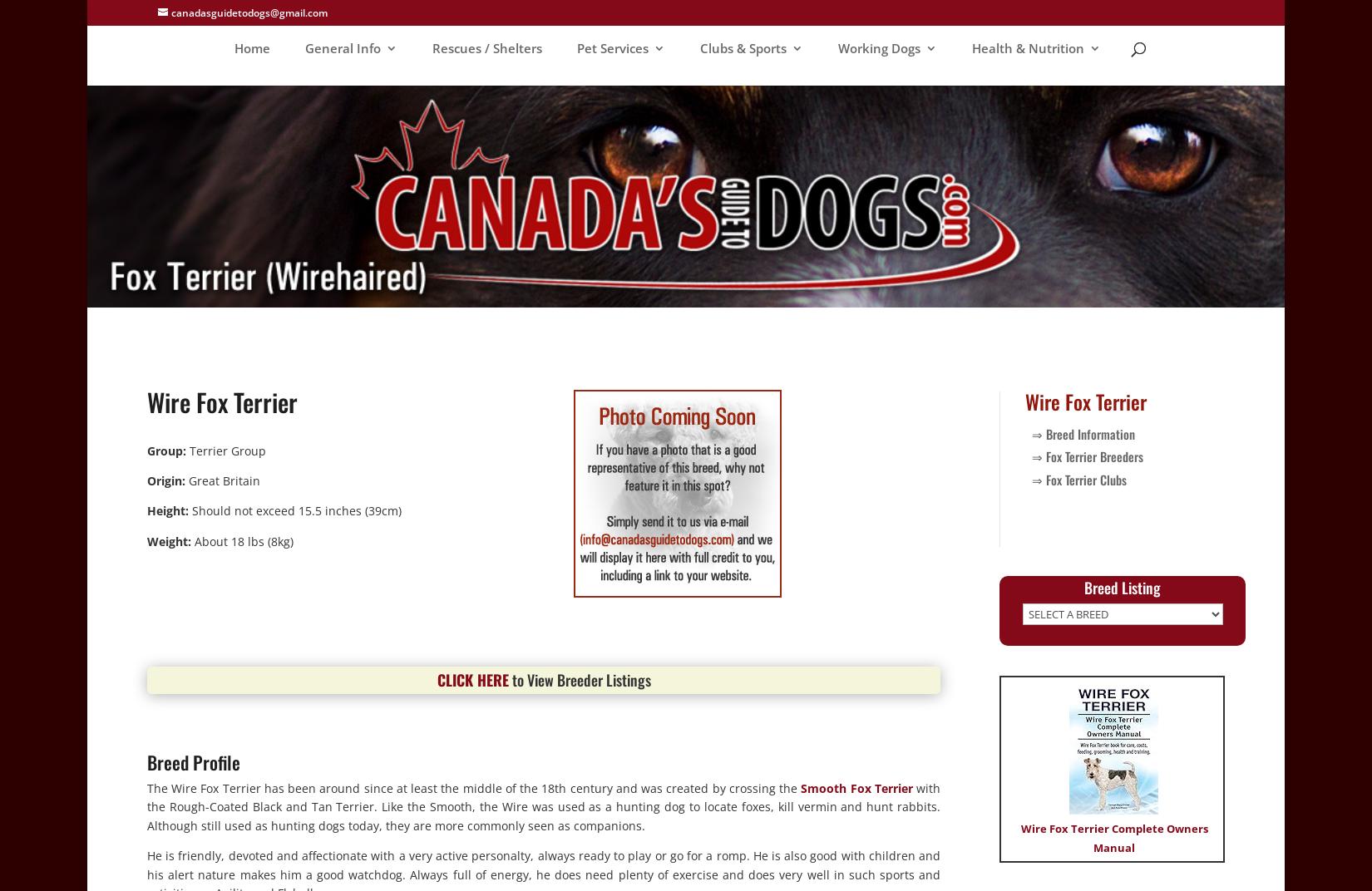  What do you see at coordinates (1122, 586) in the screenshot?
I see `'Breed Listing'` at bounding box center [1122, 586].